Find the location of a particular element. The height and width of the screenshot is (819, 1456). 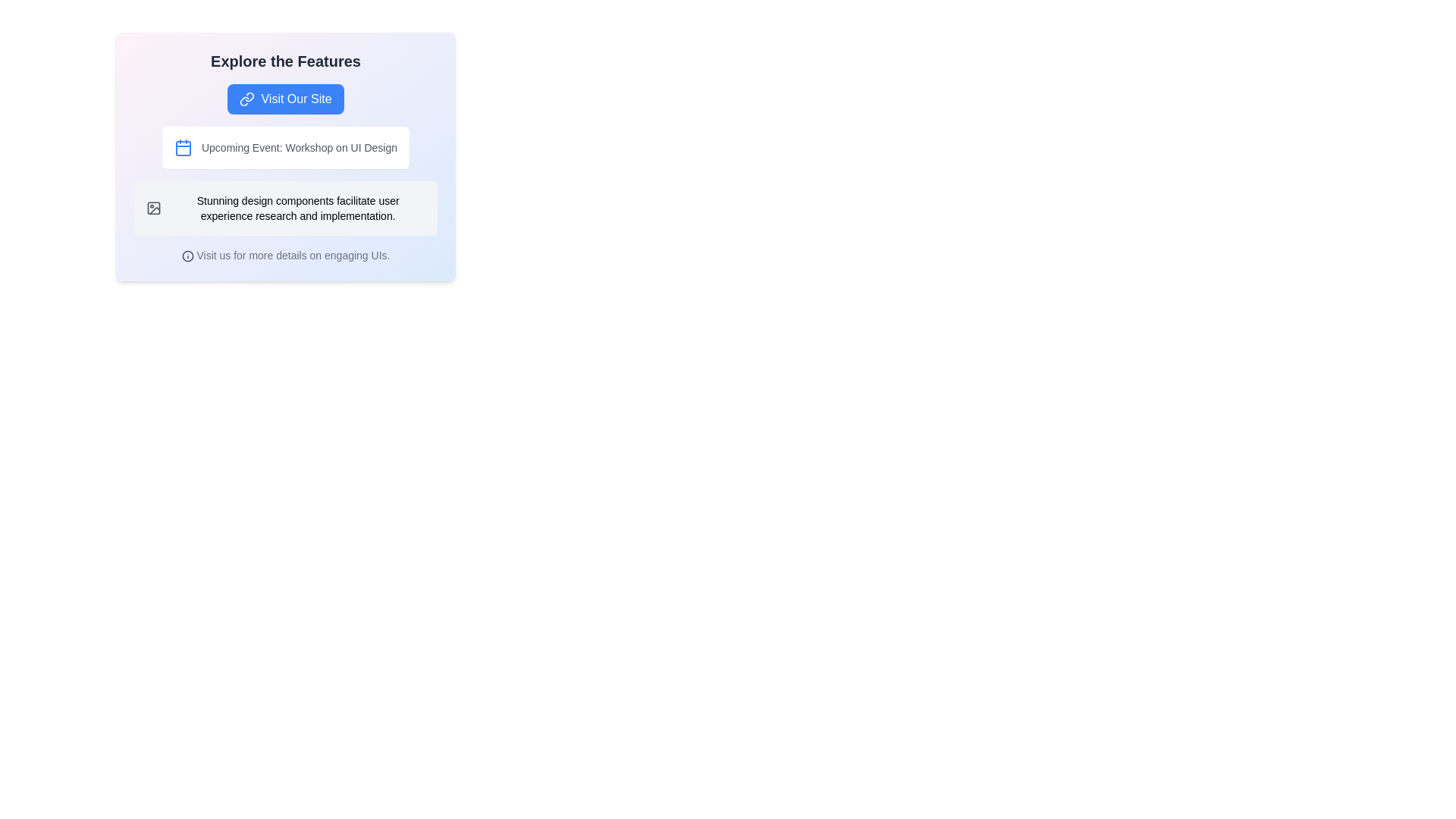

the calendar icon, which is a rectangular shape with rounded corners and a light blue fill color, located to the left of the text 'Upcoming Event: Workshop on UI Design' is located at coordinates (182, 149).